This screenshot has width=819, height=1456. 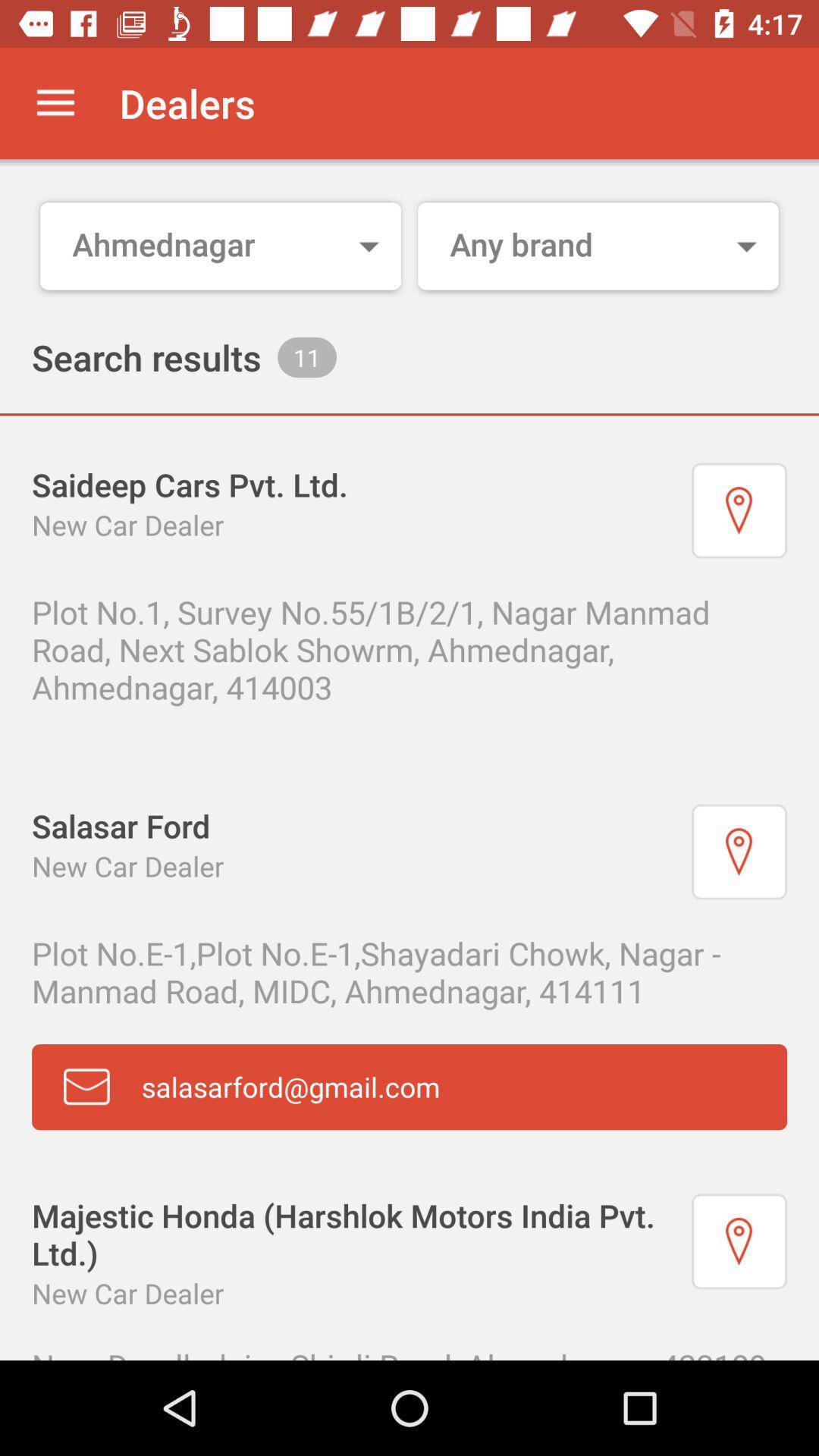 I want to click on switch the location, so click(x=739, y=510).